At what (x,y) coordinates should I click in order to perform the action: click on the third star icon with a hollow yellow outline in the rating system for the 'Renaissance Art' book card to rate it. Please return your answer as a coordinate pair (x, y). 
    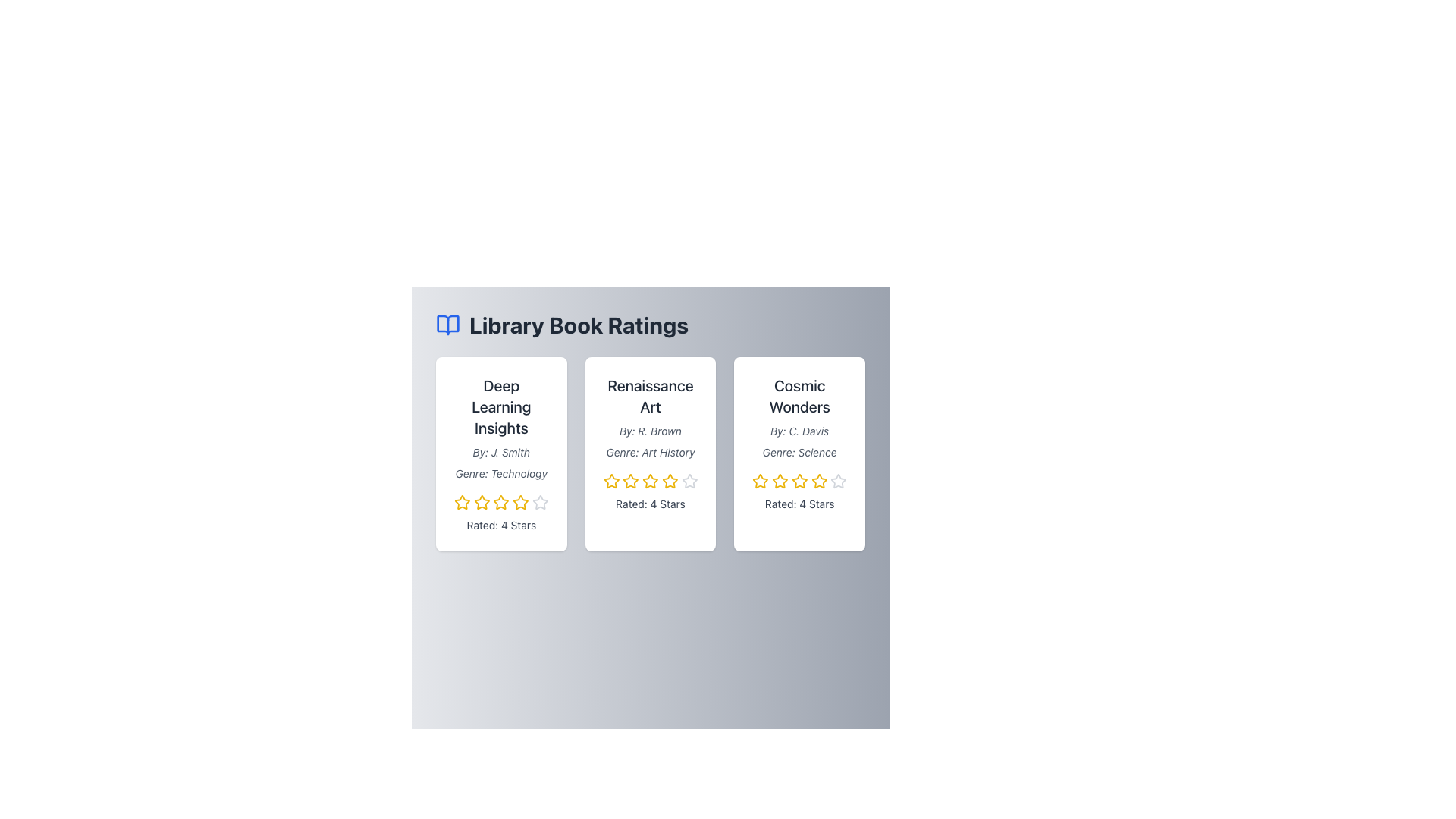
    Looking at the image, I should click on (651, 481).